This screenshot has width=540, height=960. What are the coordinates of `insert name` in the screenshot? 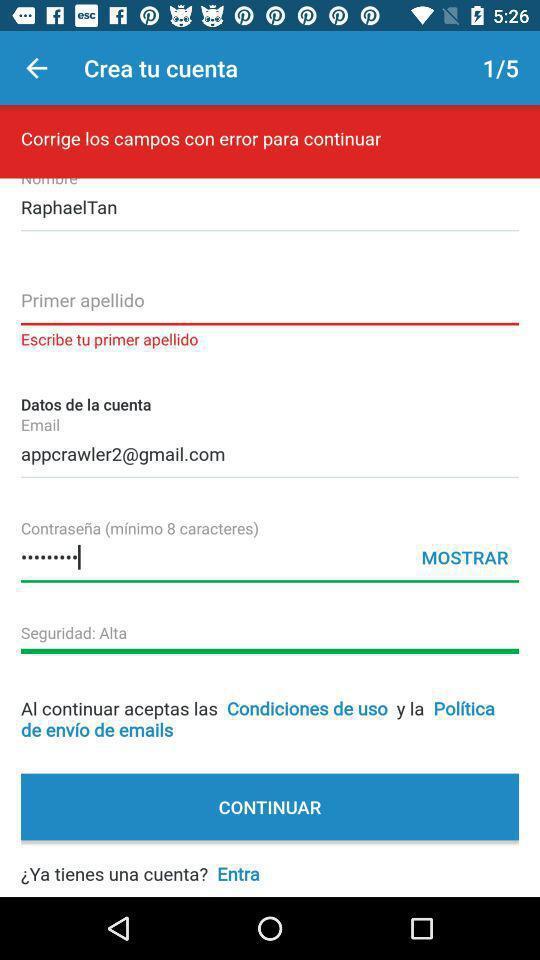 It's located at (270, 306).